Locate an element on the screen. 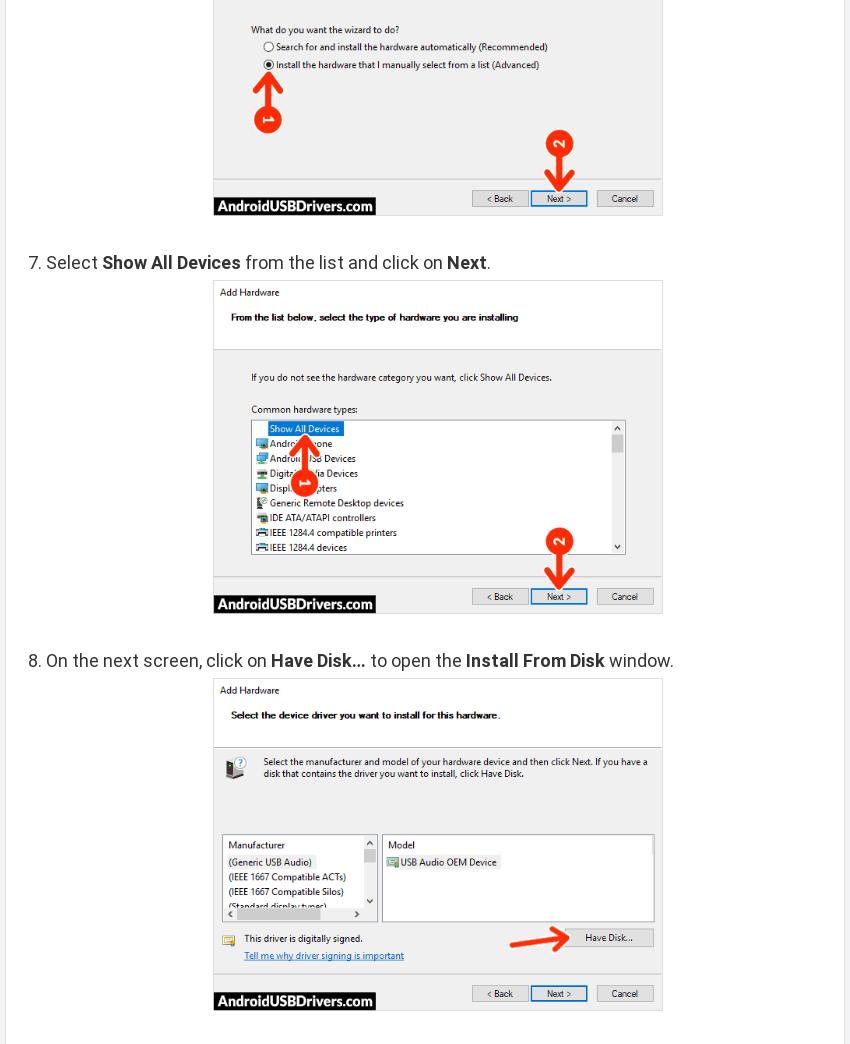 This screenshot has width=850, height=1044. 'Have Disk…' is located at coordinates (318, 658).